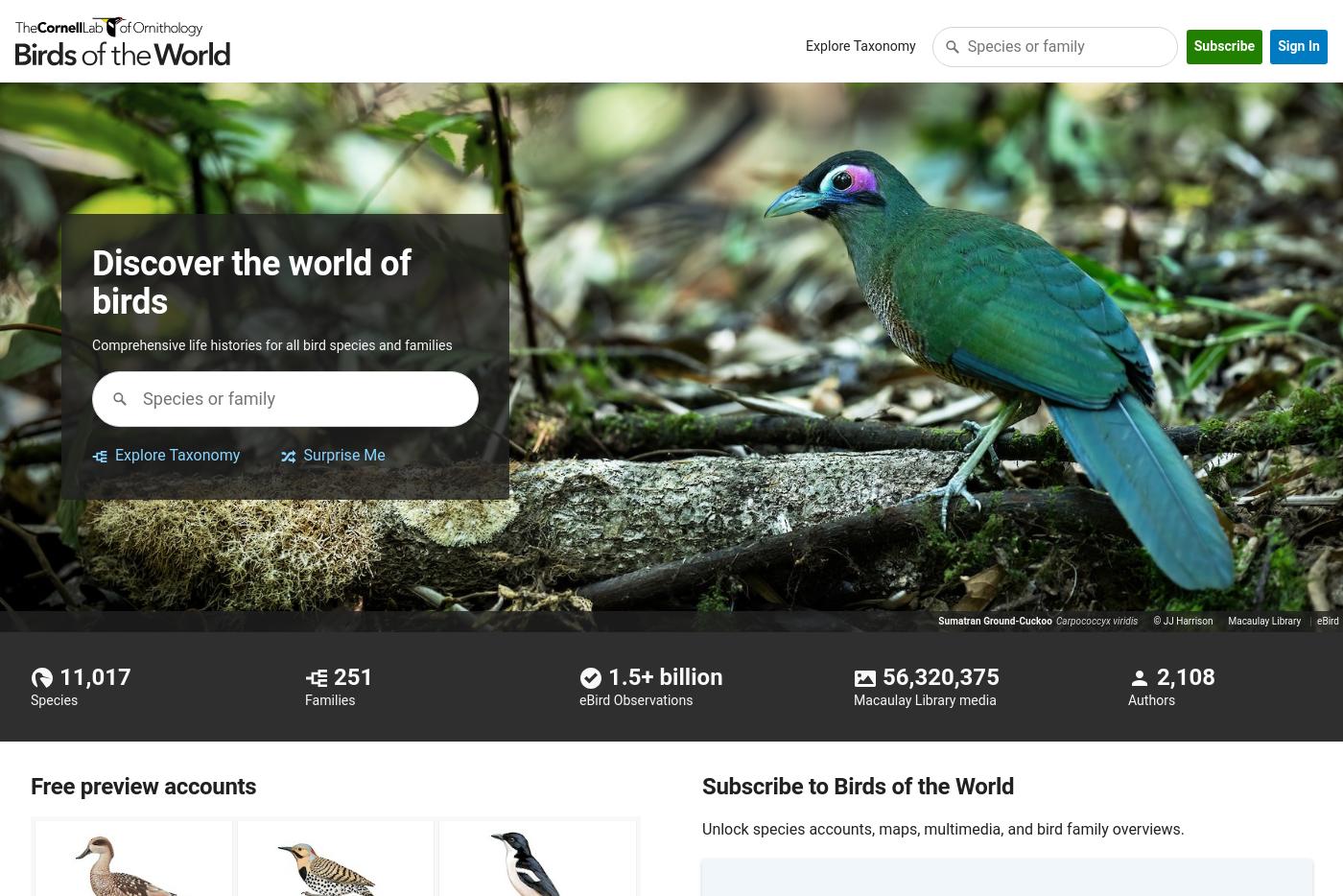 Image resolution: width=1343 pixels, height=896 pixels. Describe the element at coordinates (1156, 675) in the screenshot. I see `'2,108'` at that location.